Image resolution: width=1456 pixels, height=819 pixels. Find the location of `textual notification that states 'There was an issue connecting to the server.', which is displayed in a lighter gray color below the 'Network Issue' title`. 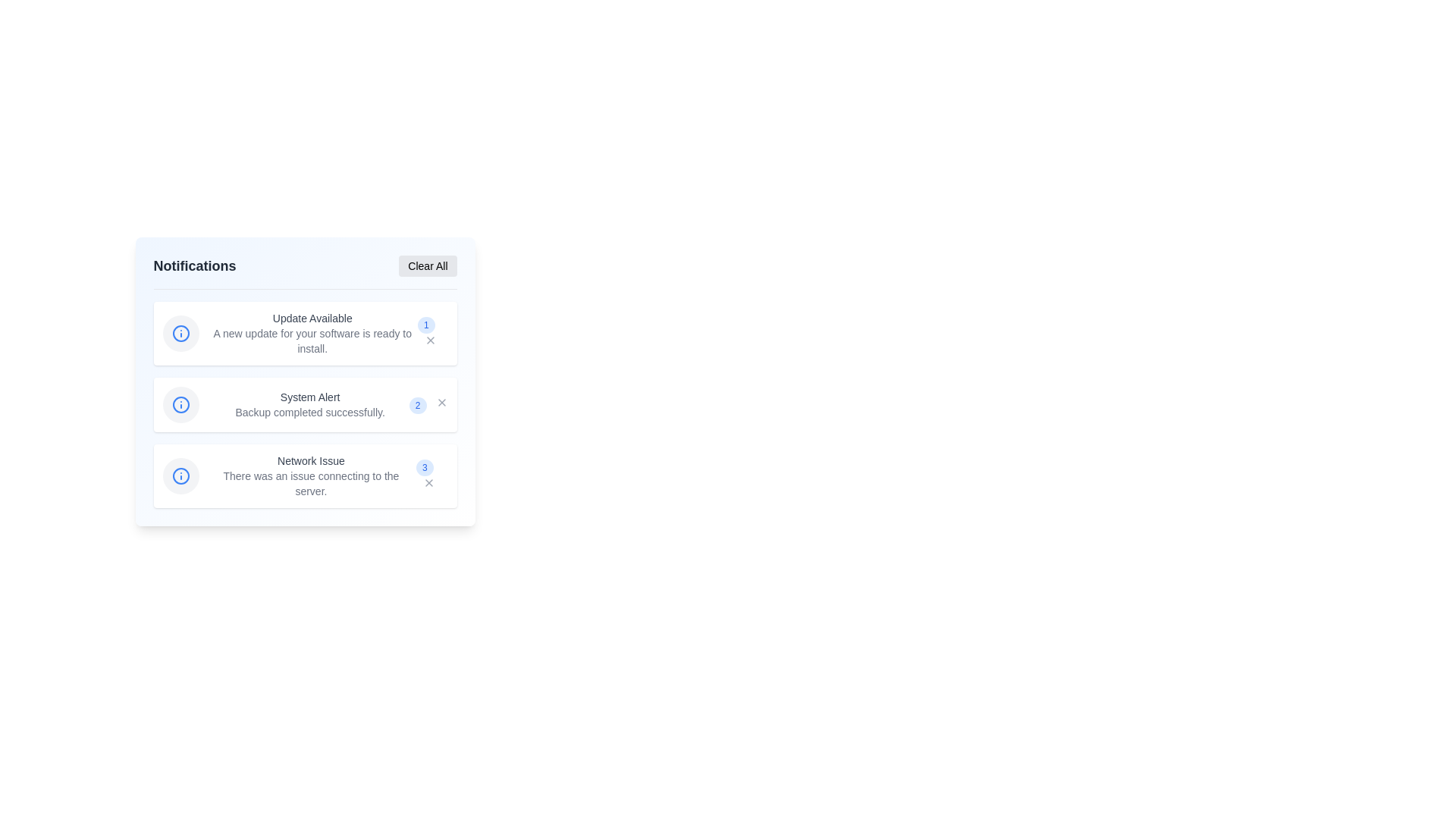

textual notification that states 'There was an issue connecting to the server.', which is displayed in a lighter gray color below the 'Network Issue' title is located at coordinates (310, 483).